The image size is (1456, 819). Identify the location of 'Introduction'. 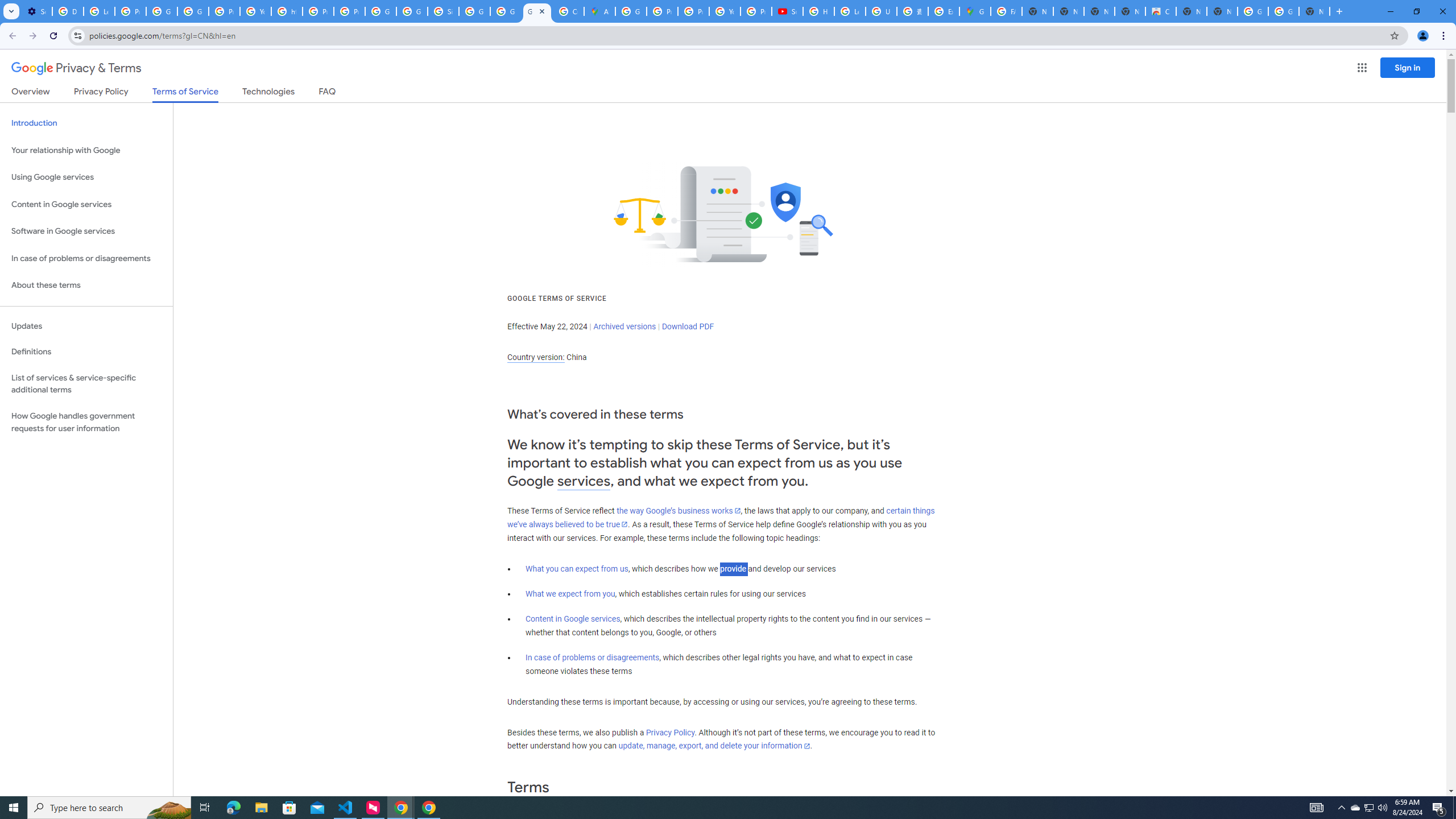
(86, 122).